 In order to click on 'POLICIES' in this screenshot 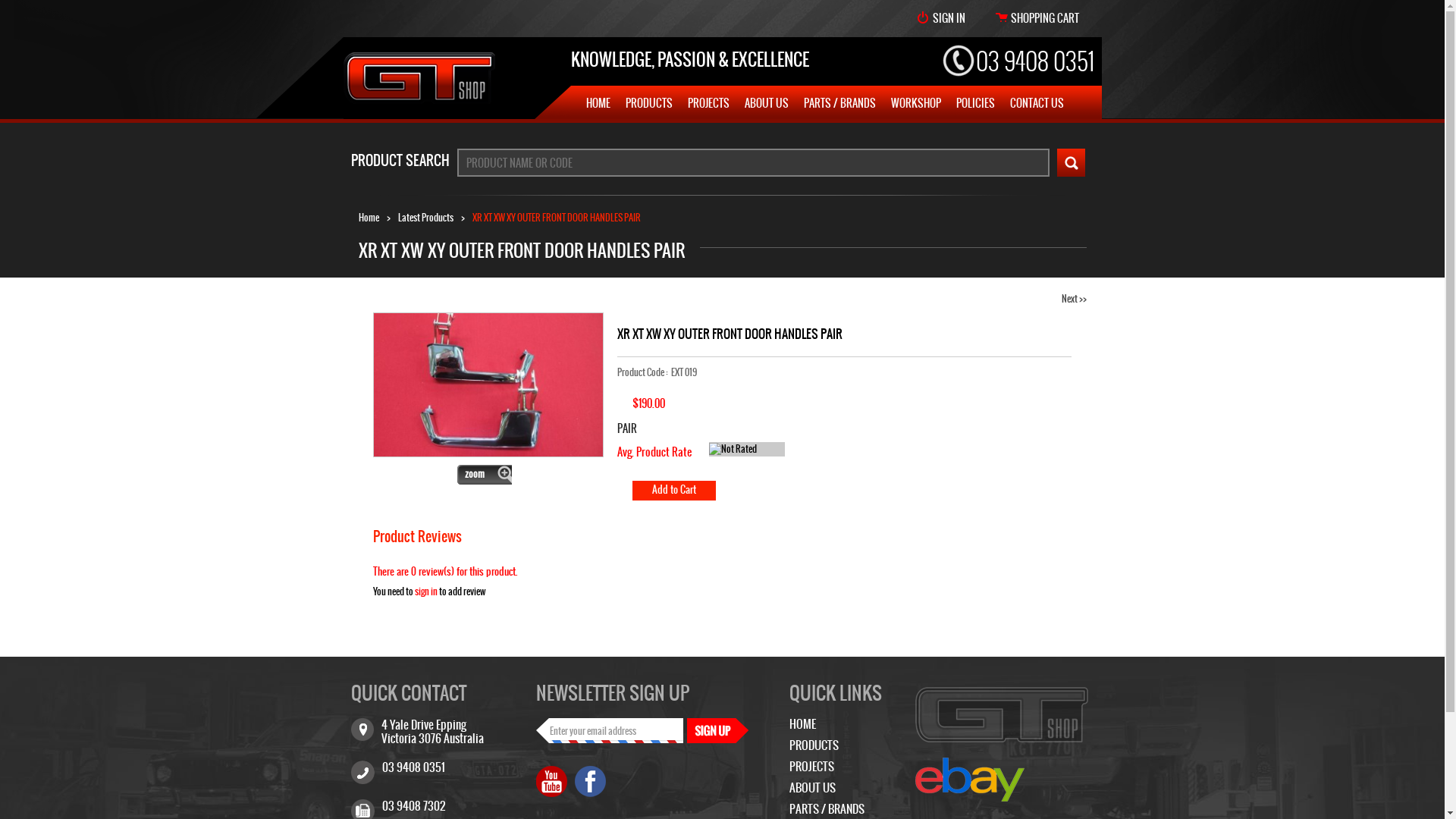, I will do `click(974, 102)`.